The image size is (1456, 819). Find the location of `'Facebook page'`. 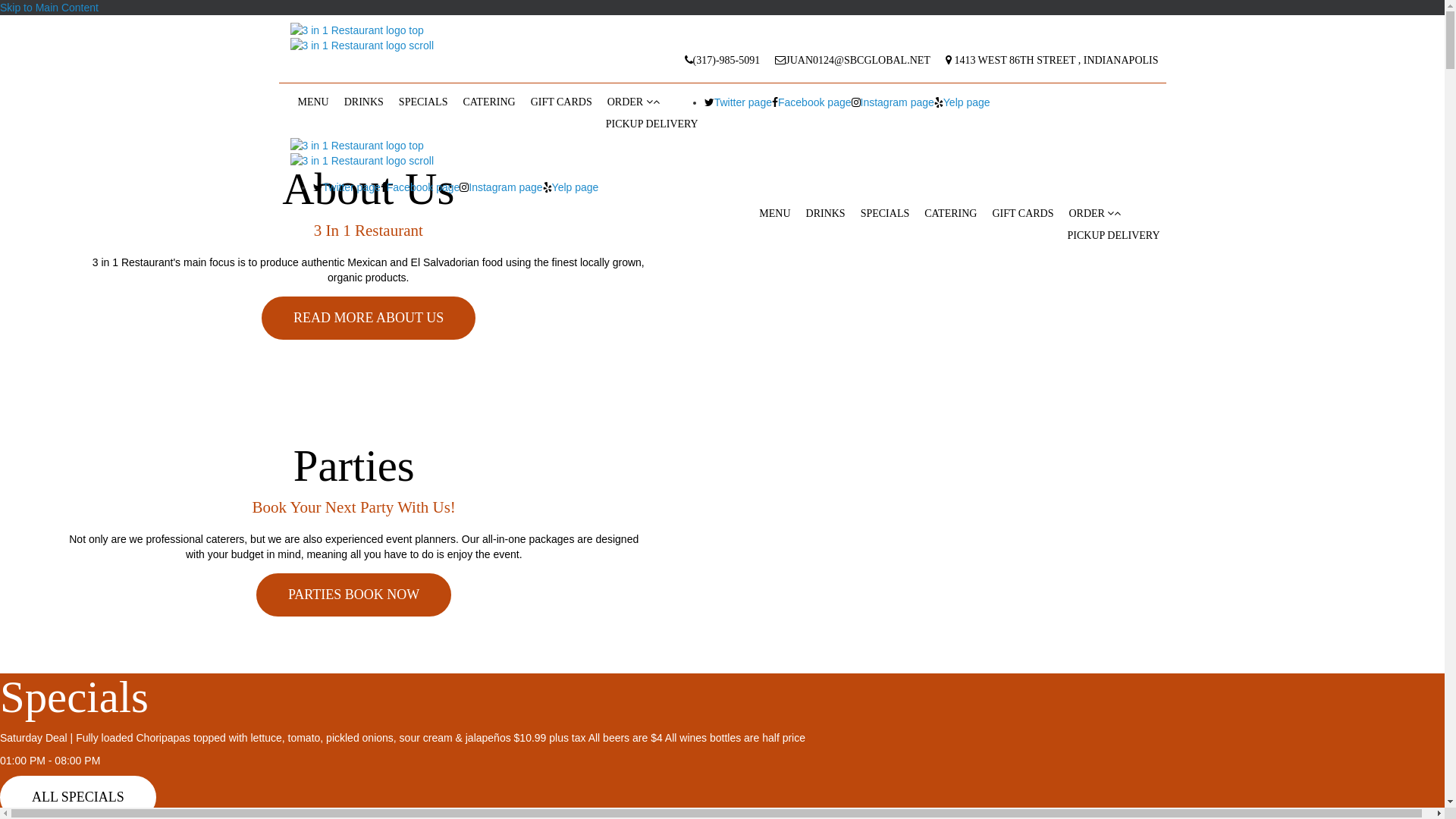

'Facebook page' is located at coordinates (420, 186).